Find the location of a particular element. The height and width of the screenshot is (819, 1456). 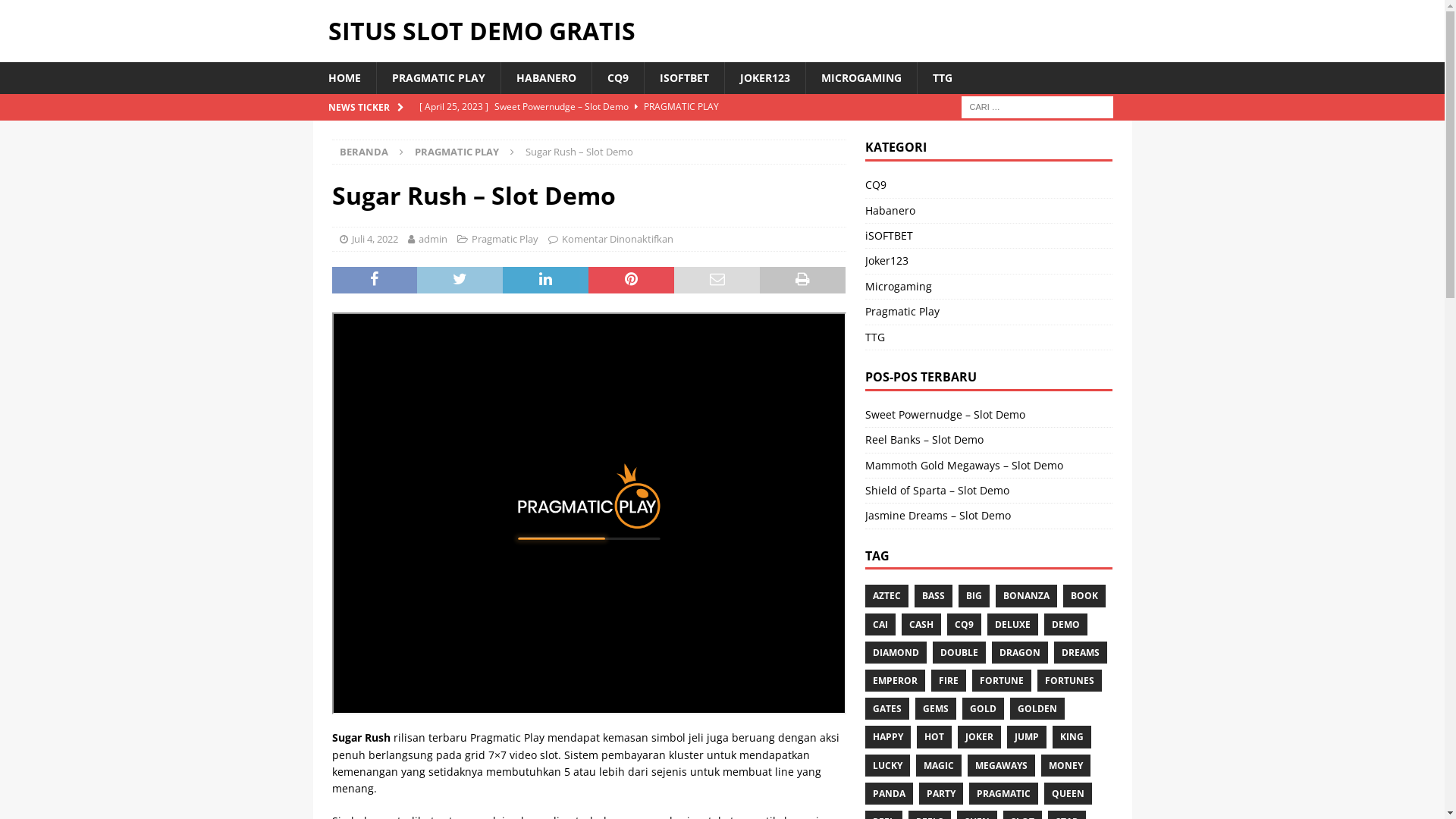

'HAPPY' is located at coordinates (888, 736).